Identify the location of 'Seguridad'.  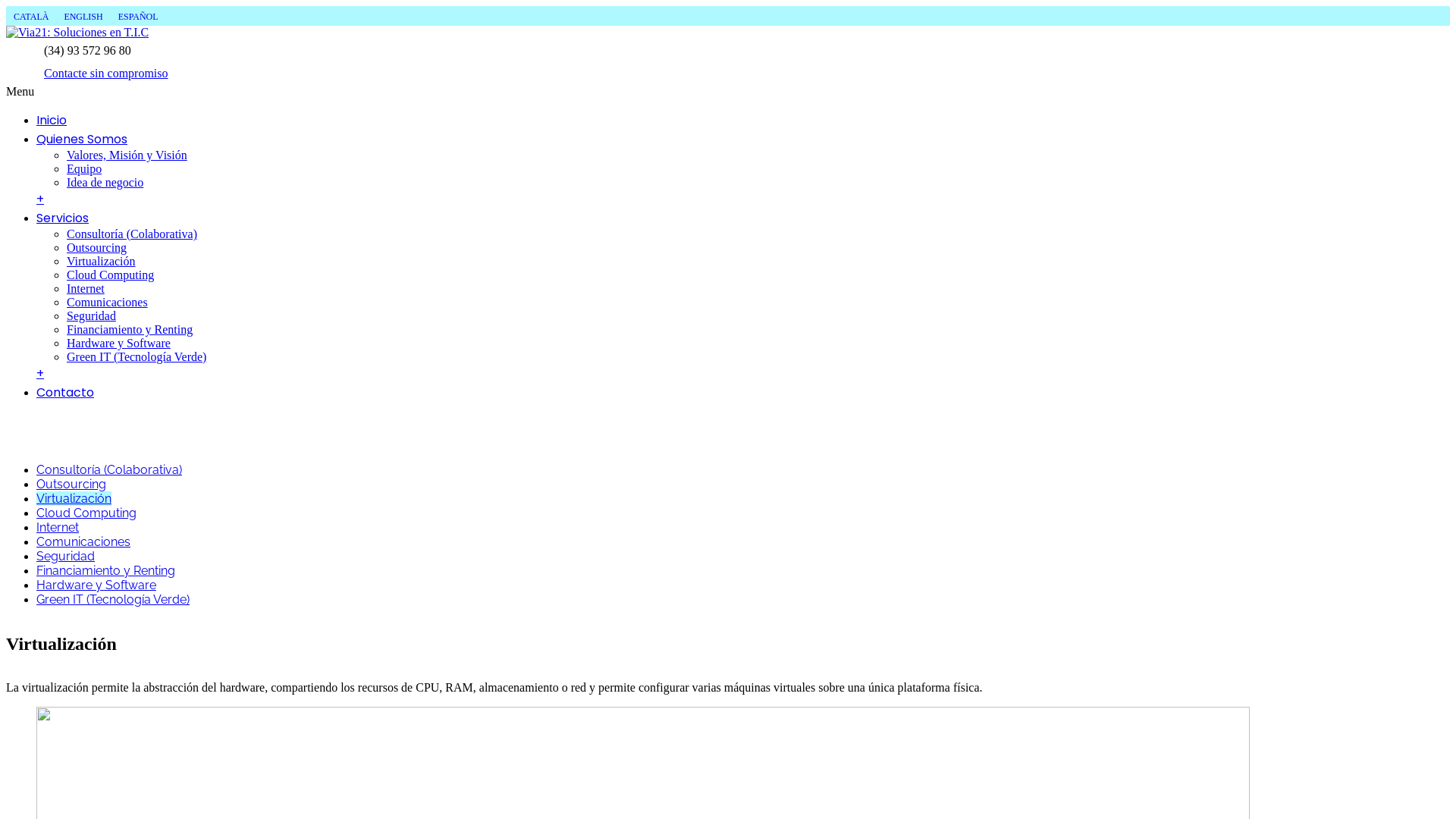
(64, 556).